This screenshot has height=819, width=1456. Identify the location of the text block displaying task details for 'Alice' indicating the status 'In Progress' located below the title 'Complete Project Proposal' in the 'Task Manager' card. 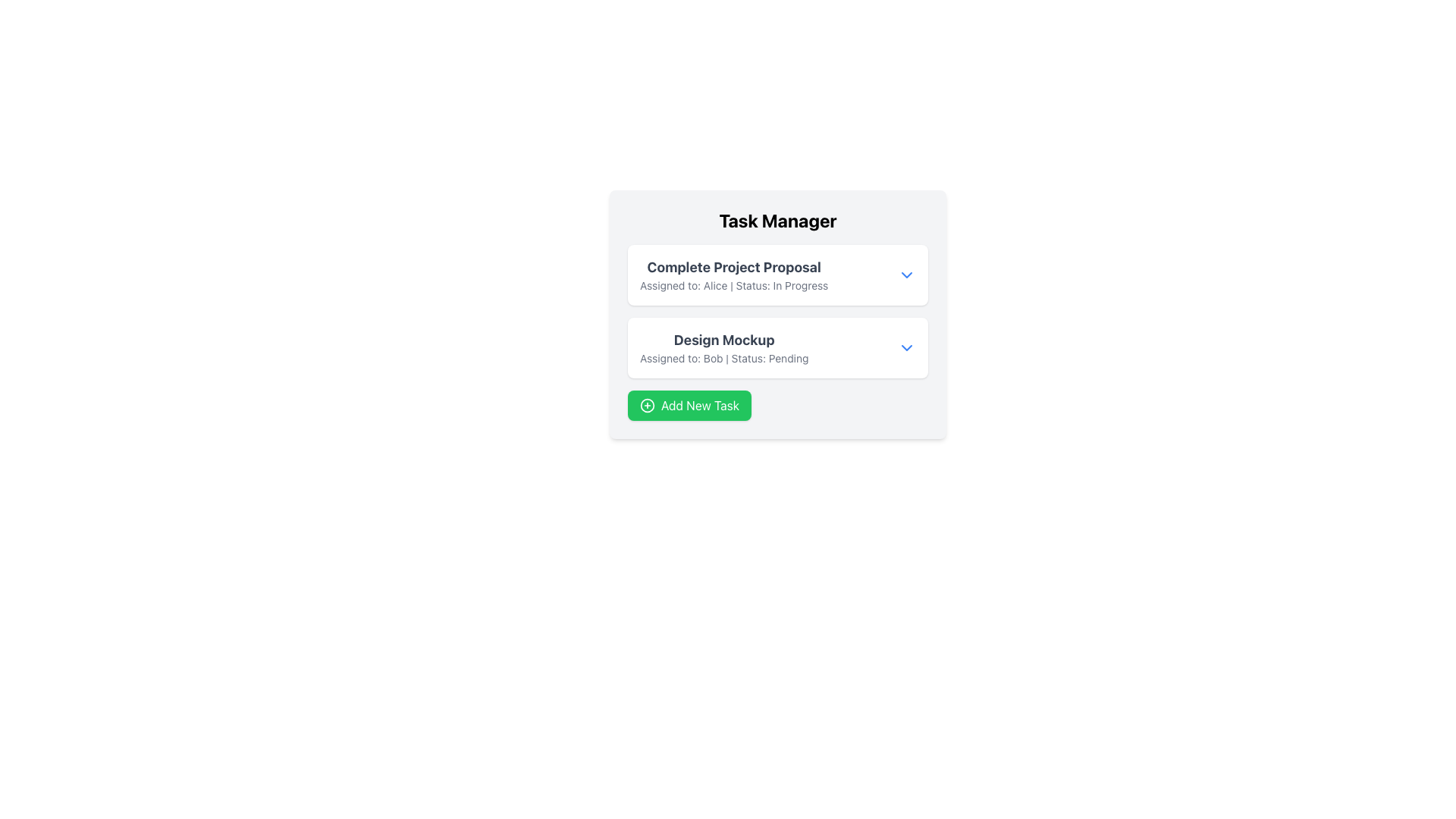
(734, 286).